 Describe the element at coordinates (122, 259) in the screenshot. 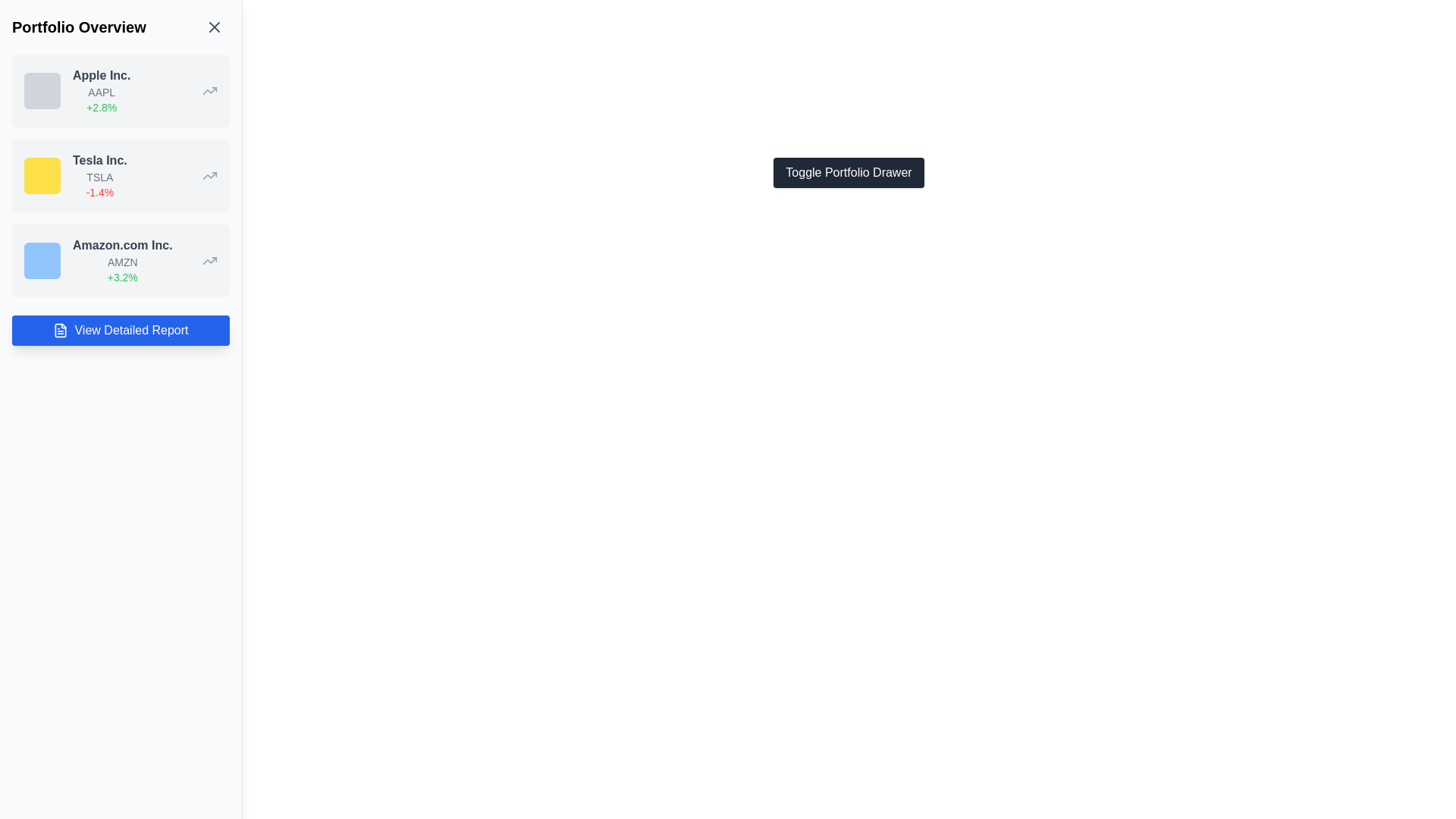

I see `the text block displaying information about Amazon.com Inc. stock, which includes its ticker symbol AMZN and a percentage change of +3.2%, located in the third item of the 'Portfolio Overview' panel in the left sidebar` at that location.